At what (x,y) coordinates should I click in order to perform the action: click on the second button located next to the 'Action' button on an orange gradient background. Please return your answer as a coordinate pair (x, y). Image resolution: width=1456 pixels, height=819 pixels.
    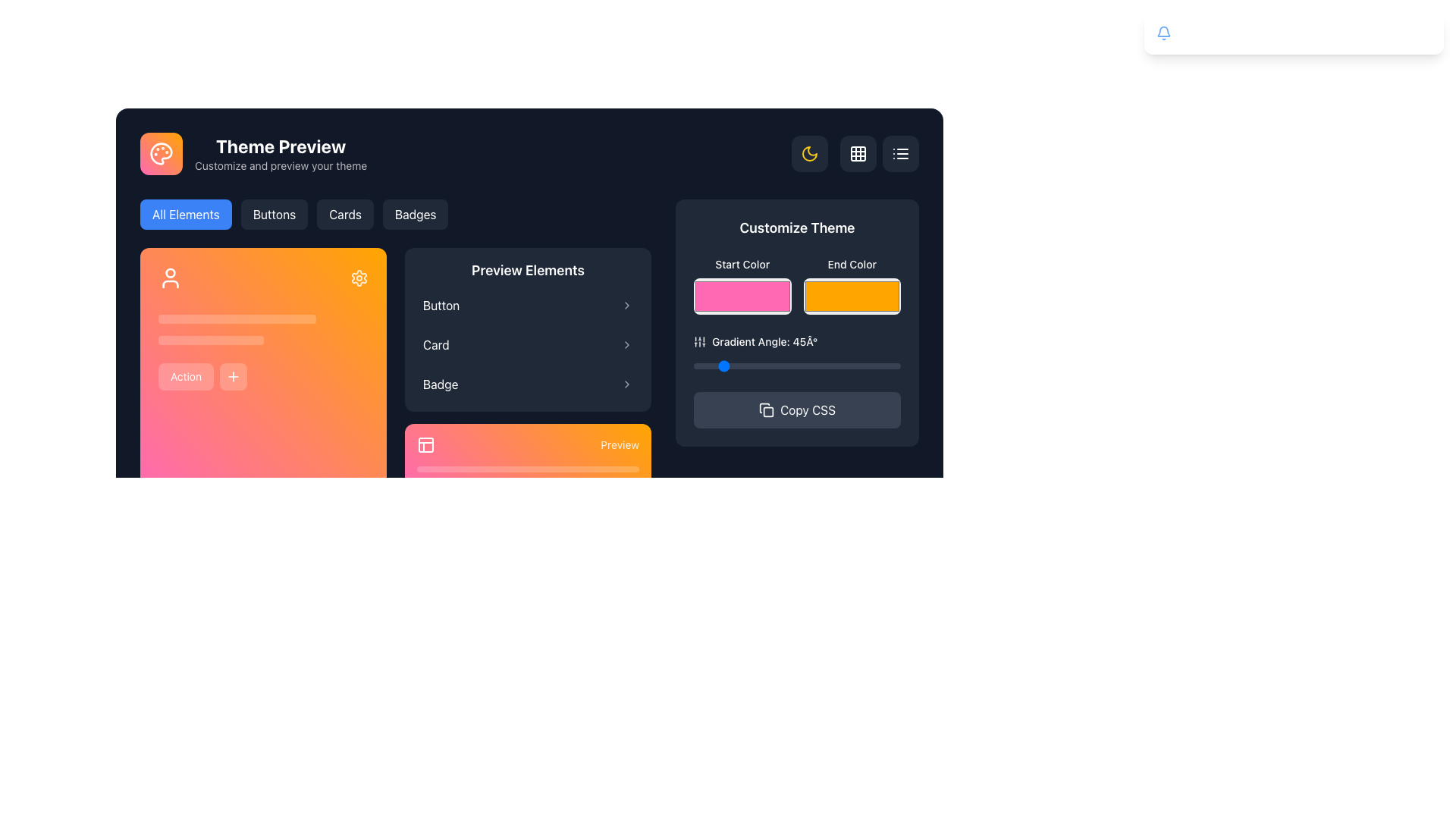
    Looking at the image, I should click on (233, 376).